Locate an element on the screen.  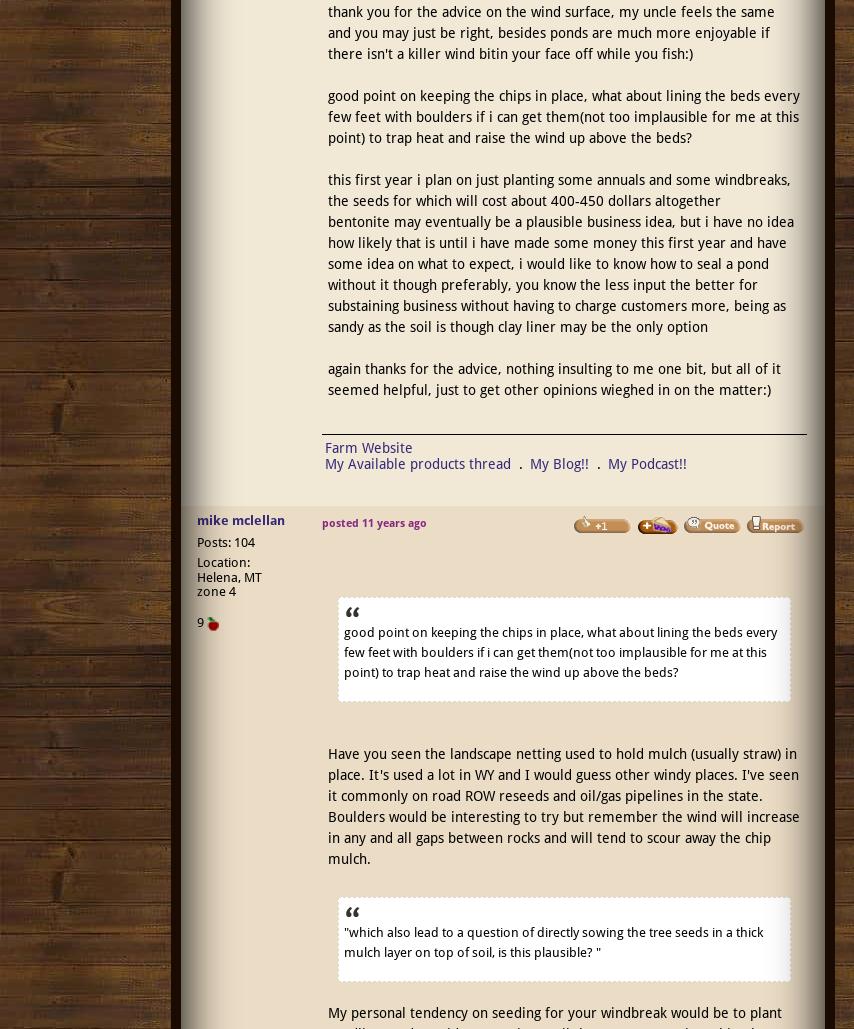
'My Podcast!!' is located at coordinates (607, 463).